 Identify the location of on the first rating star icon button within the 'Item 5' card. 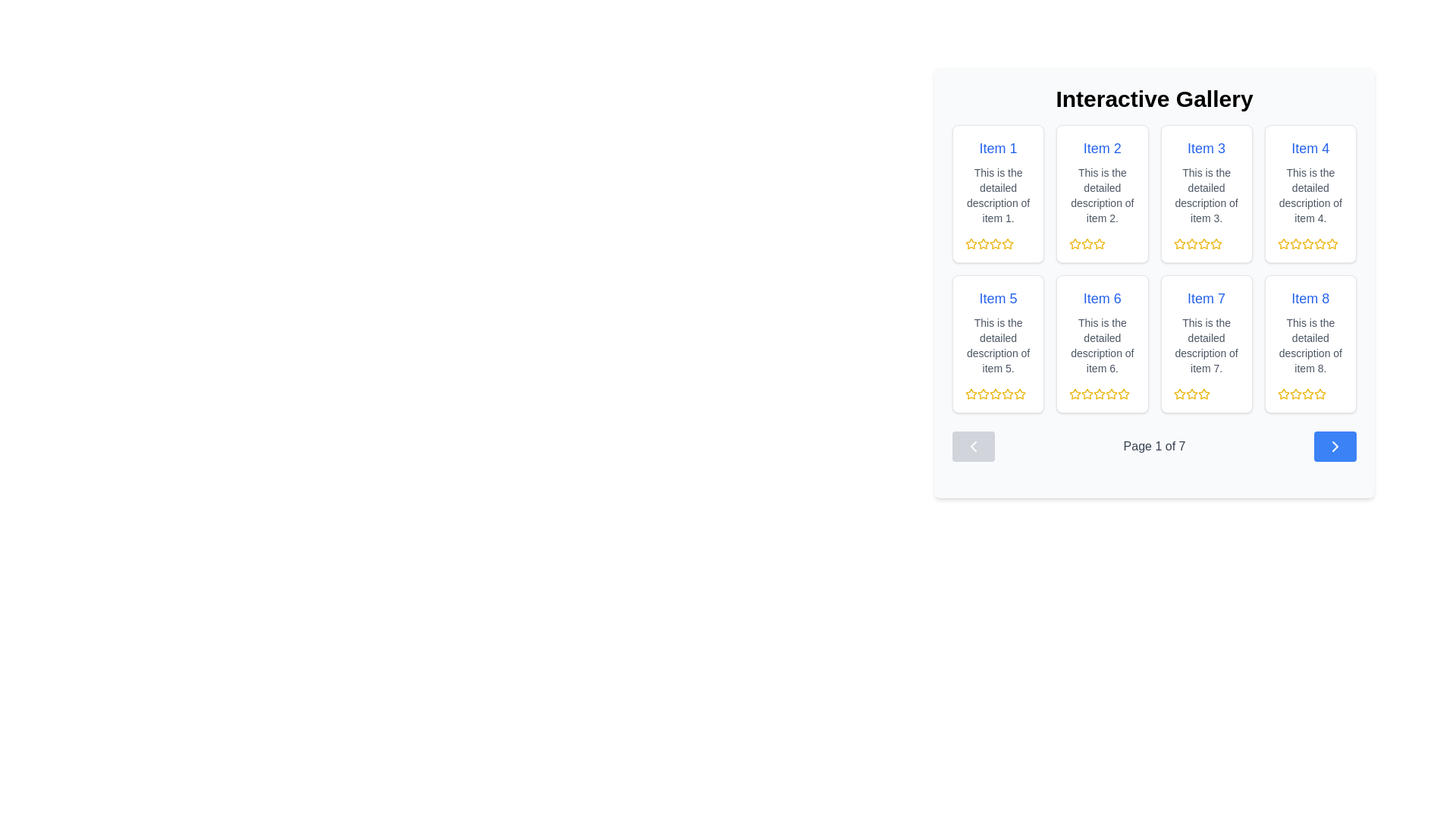
(971, 393).